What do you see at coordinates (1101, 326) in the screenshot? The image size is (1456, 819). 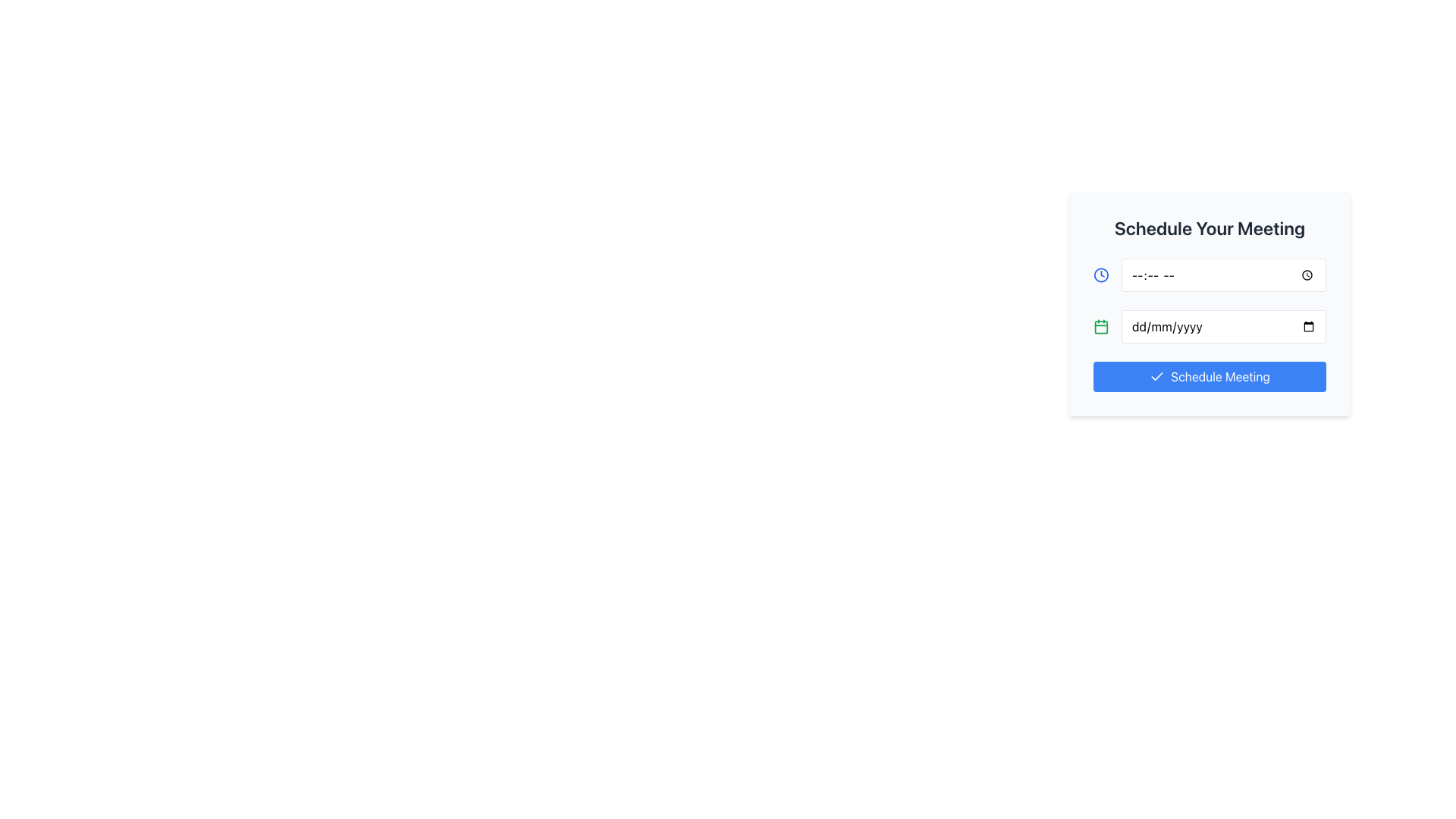 I see `the decorative rectangle within the calendar icon that represents the date picker in the meeting scheduling interface` at bounding box center [1101, 326].